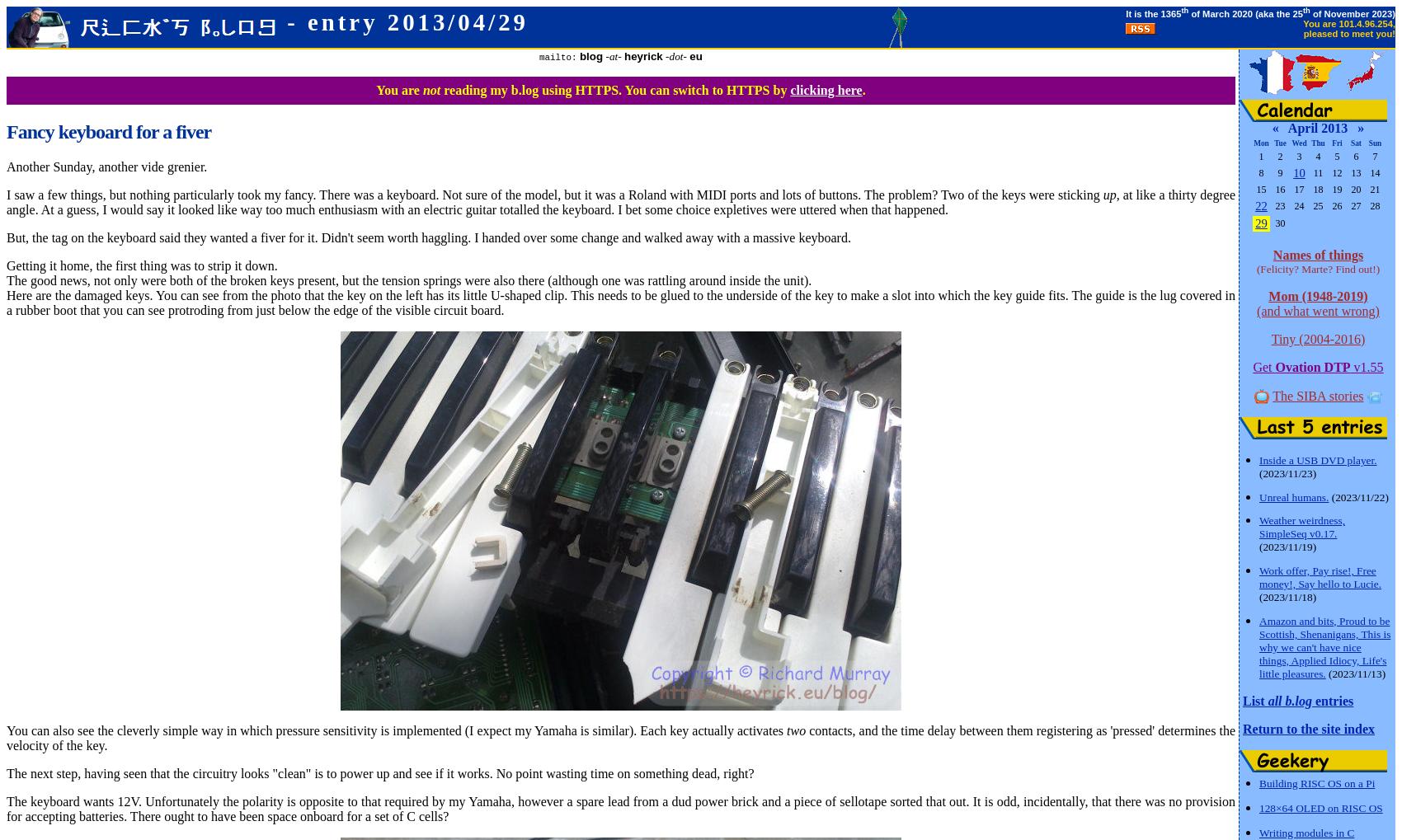 This screenshot has width=1402, height=840. What do you see at coordinates (1243, 728) in the screenshot?
I see `'Return to the site index'` at bounding box center [1243, 728].